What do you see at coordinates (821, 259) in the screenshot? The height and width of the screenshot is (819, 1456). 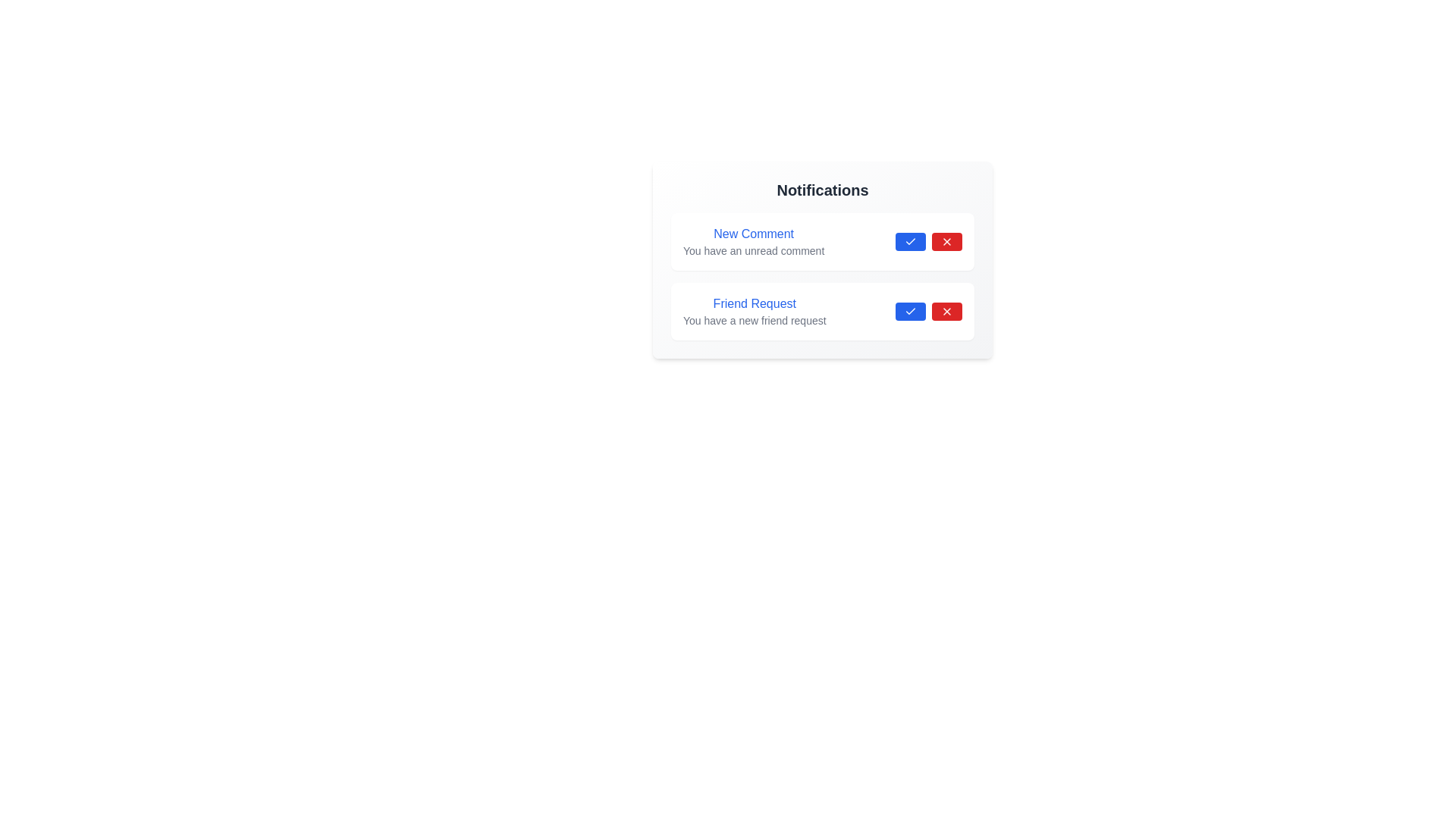 I see `the notifications panel, which features a gradient background, rounded corners, and contains a heading labeled 'Notifications' along with interactive buttons for 'New Comment' and 'Friend Request'` at bounding box center [821, 259].